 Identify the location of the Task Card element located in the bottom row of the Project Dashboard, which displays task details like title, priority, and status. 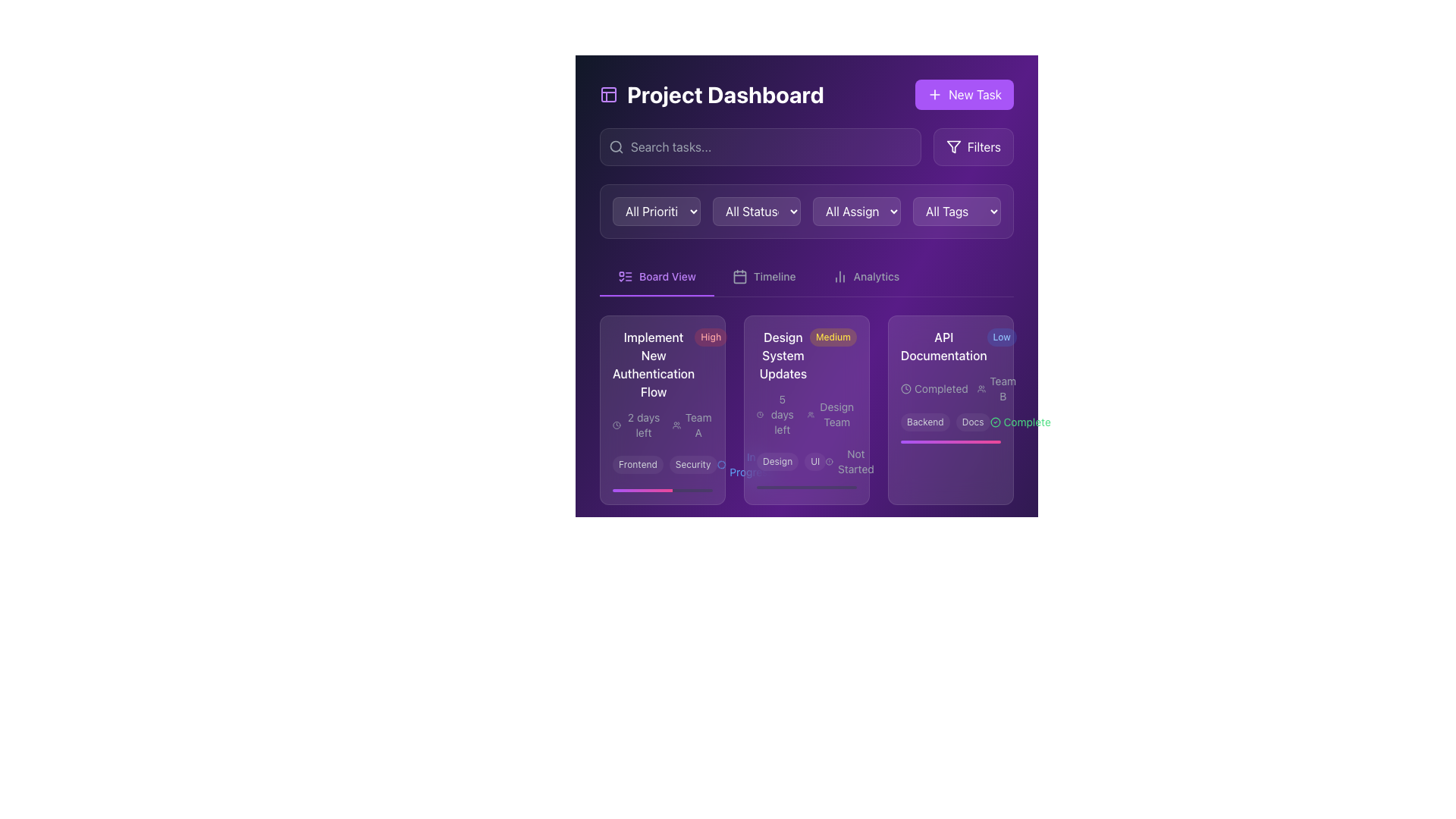
(662, 607).